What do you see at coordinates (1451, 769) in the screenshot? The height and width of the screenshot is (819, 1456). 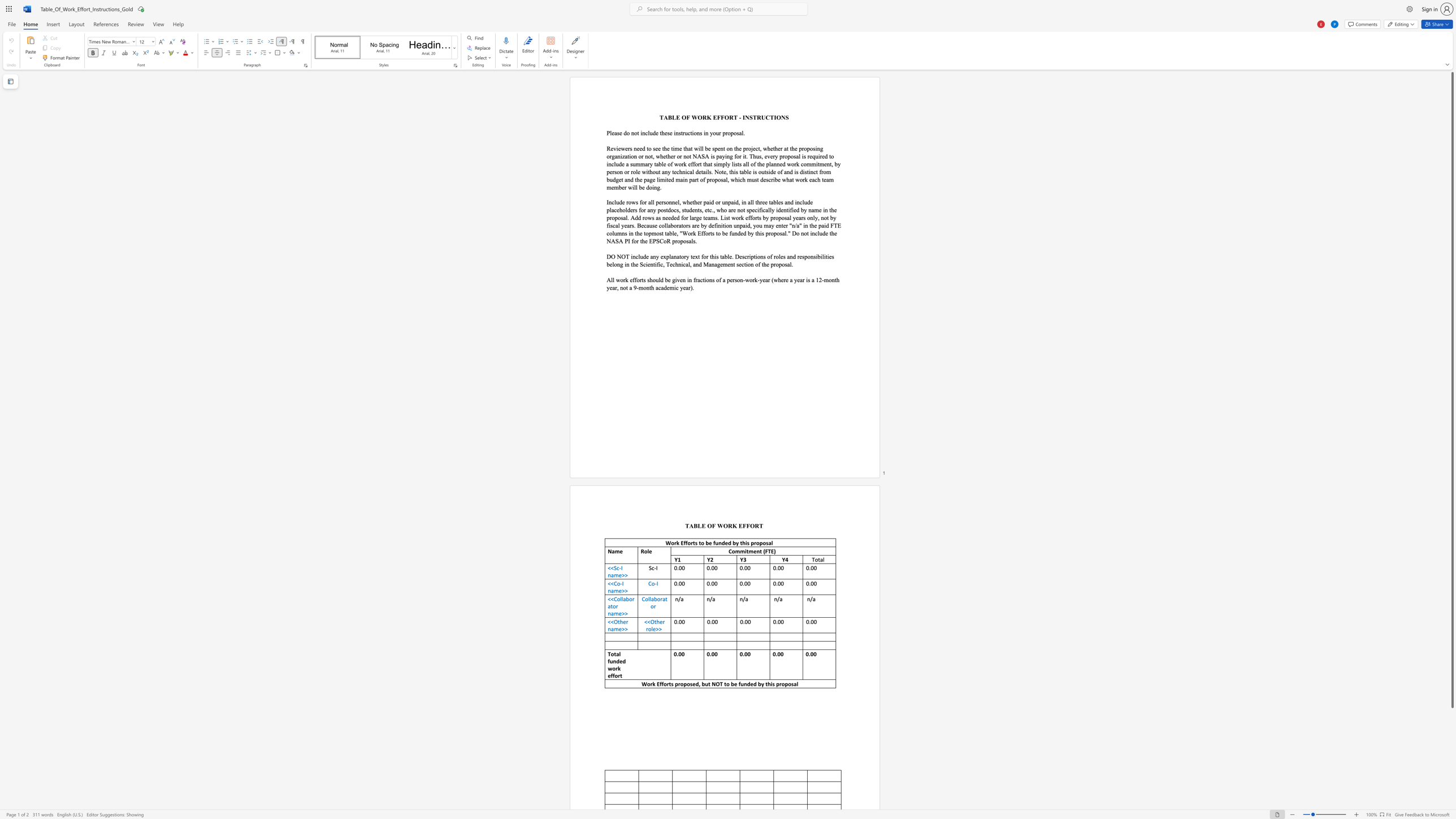 I see `the scrollbar on the right to move the page downward` at bounding box center [1451, 769].